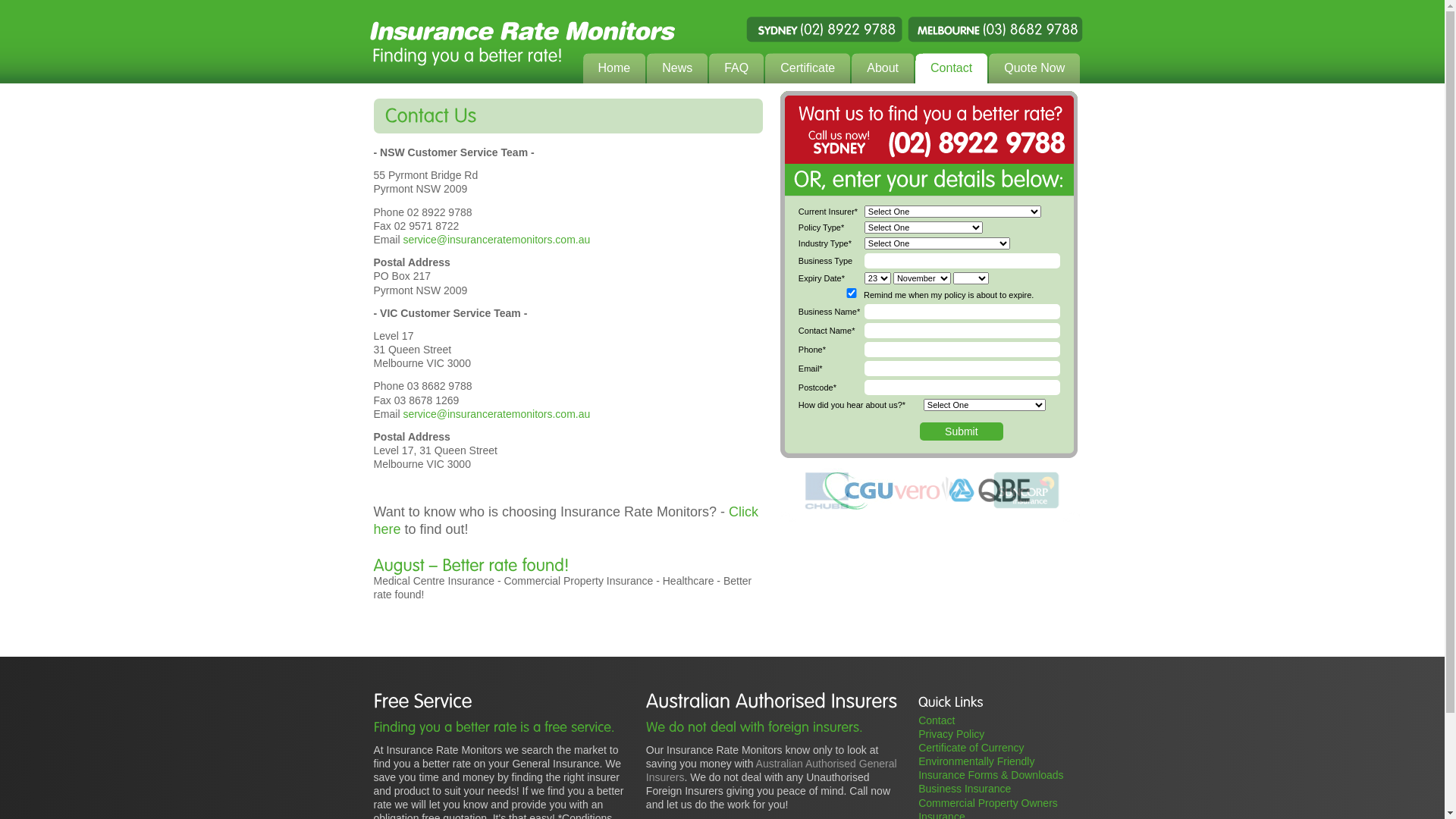  I want to click on 'Contact', so click(950, 69).